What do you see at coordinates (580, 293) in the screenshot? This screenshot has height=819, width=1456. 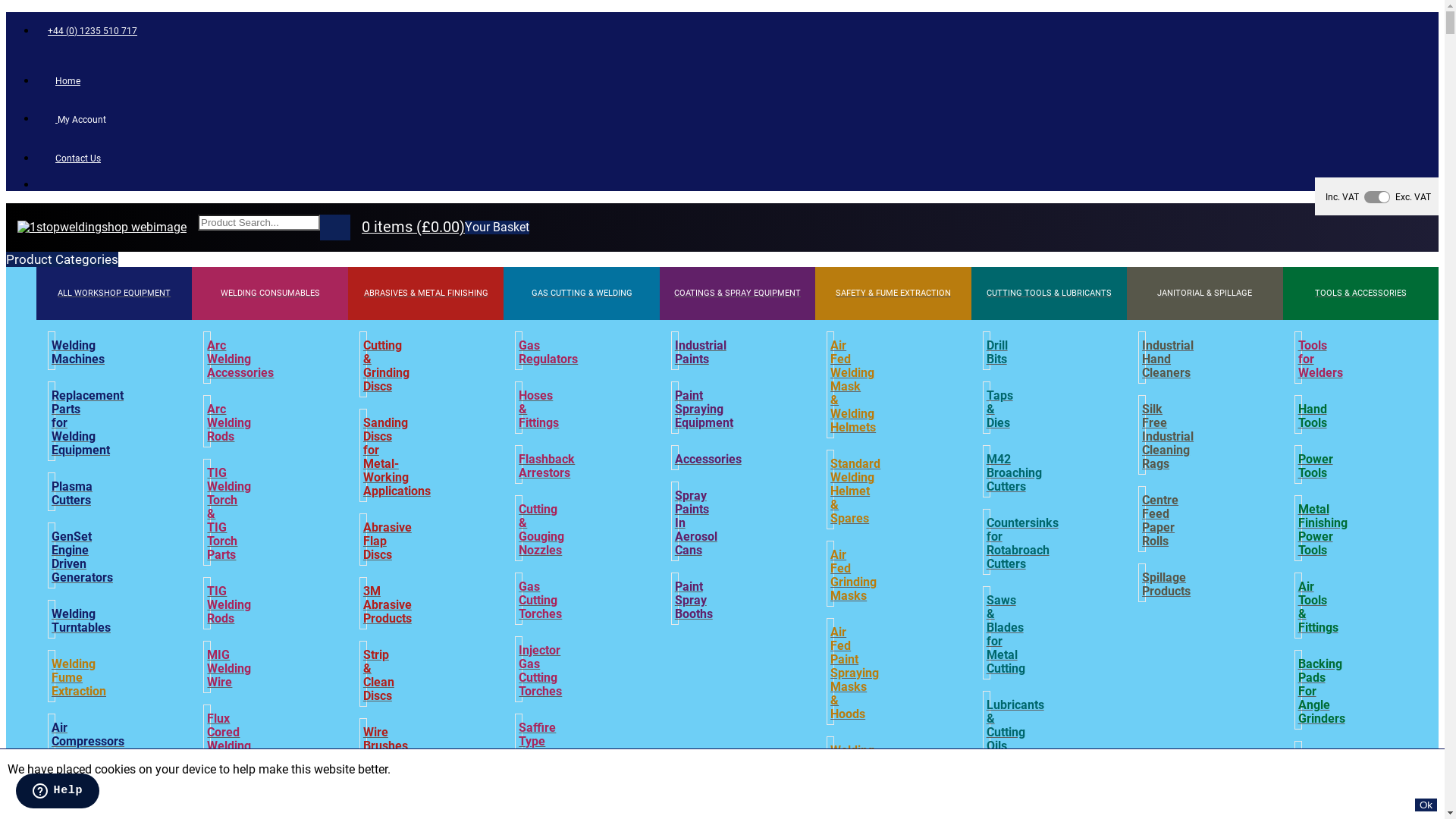 I see `'GAS CUTTING & WELDING'` at bounding box center [580, 293].